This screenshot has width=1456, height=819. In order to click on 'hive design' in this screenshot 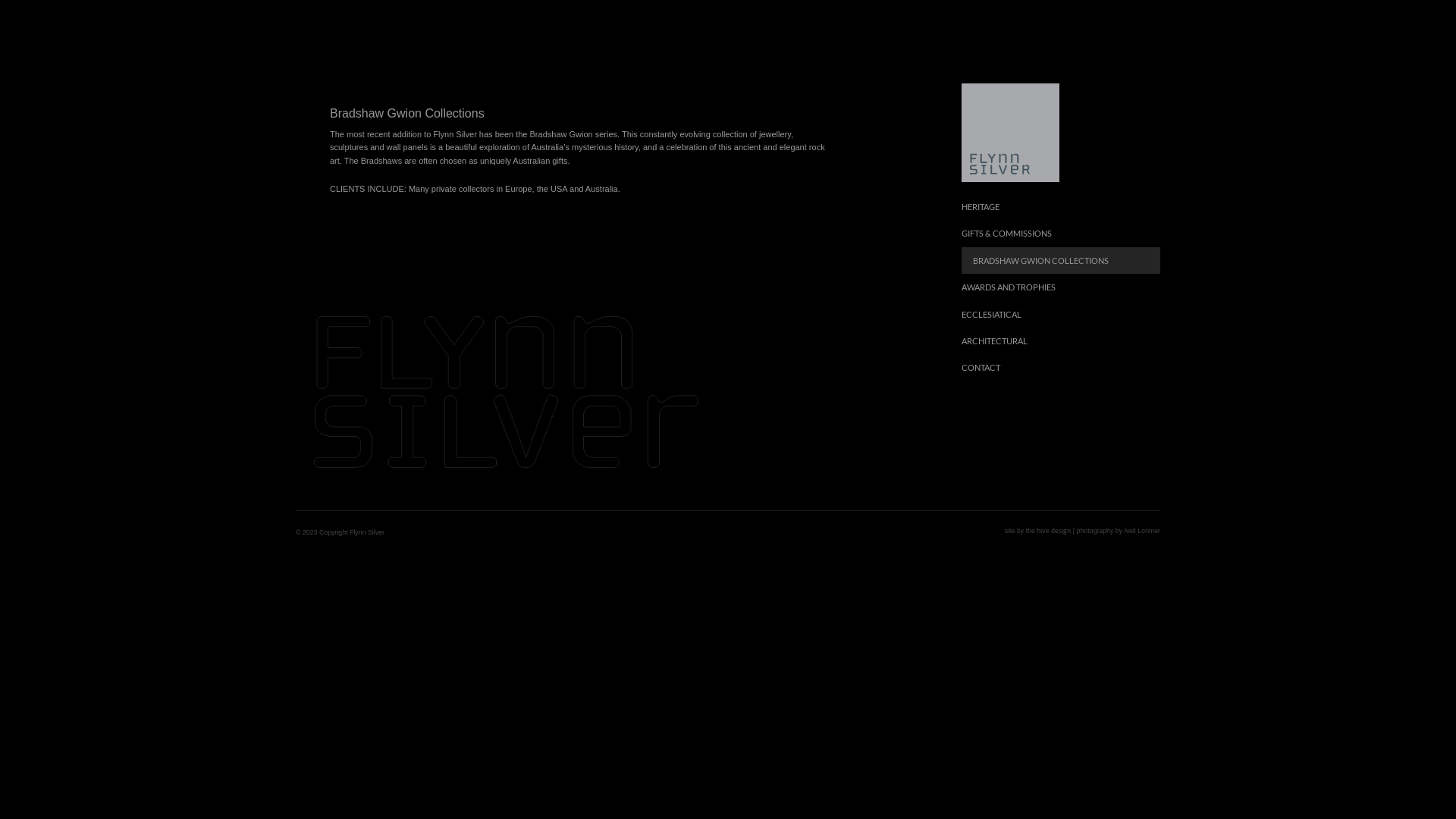, I will do `click(1053, 529)`.